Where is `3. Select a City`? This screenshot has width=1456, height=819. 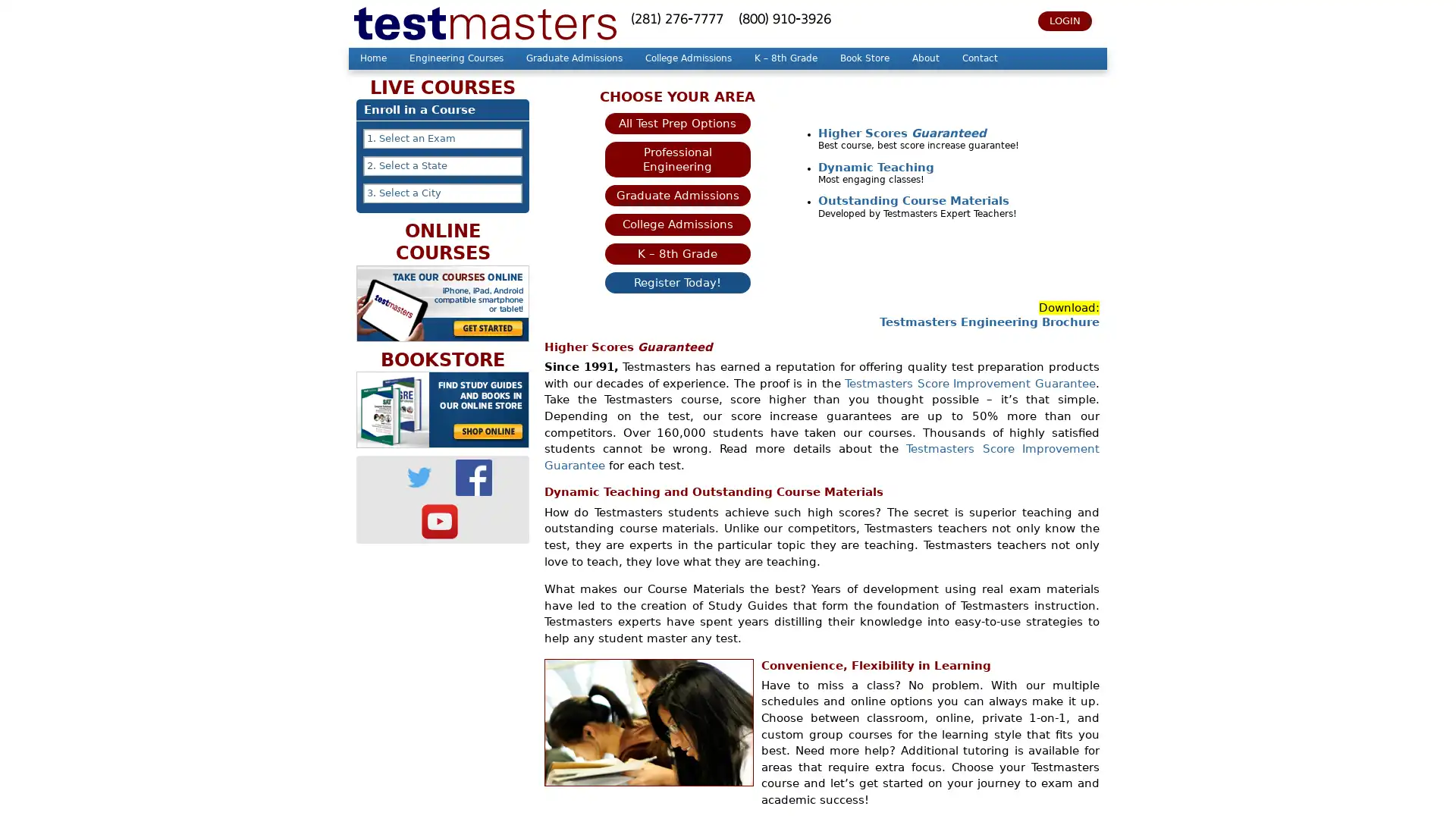
3. Select a City is located at coordinates (442, 192).